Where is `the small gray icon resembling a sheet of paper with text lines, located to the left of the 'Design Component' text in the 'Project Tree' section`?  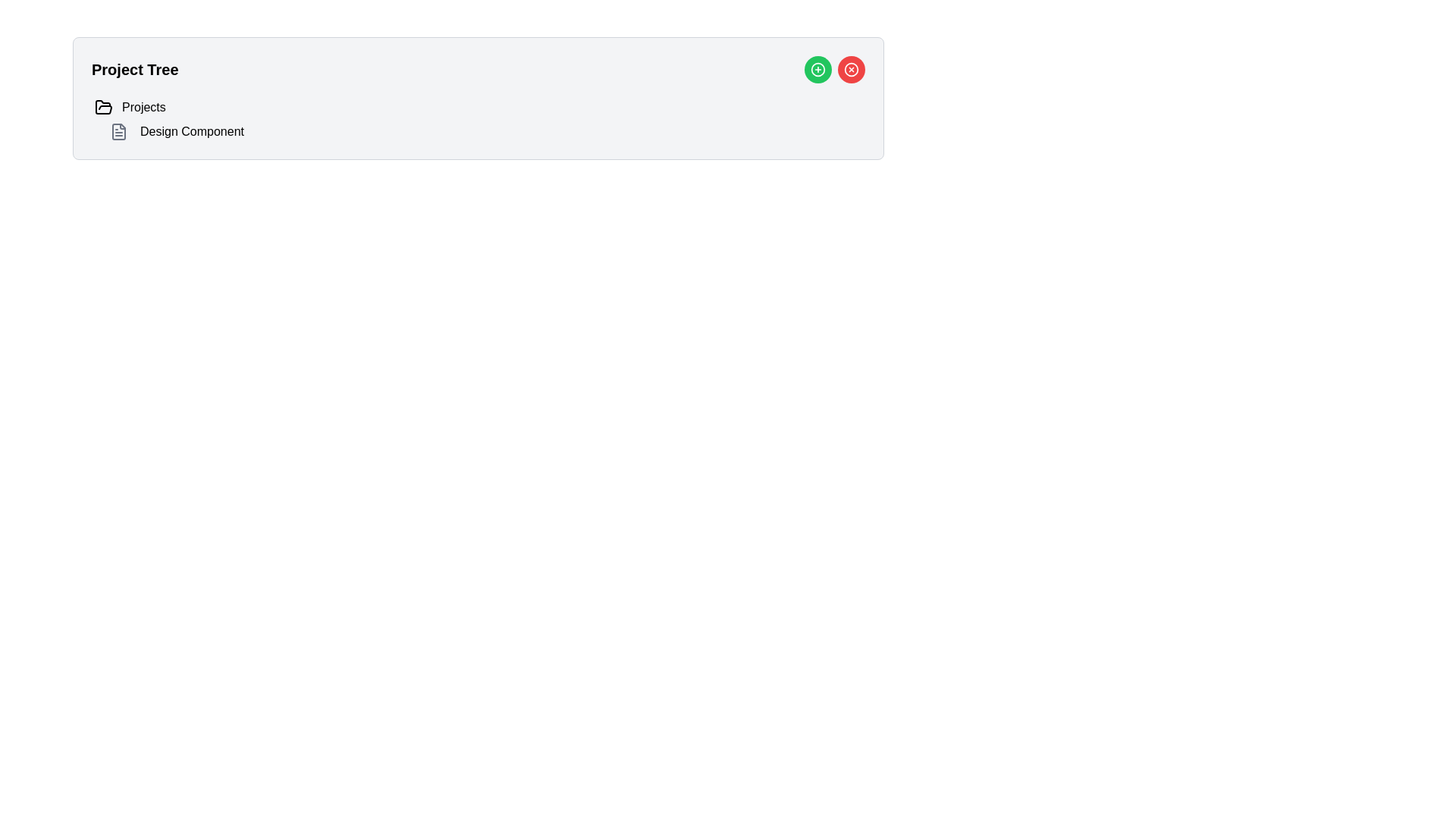
the small gray icon resembling a sheet of paper with text lines, located to the left of the 'Design Component' text in the 'Project Tree' section is located at coordinates (118, 130).